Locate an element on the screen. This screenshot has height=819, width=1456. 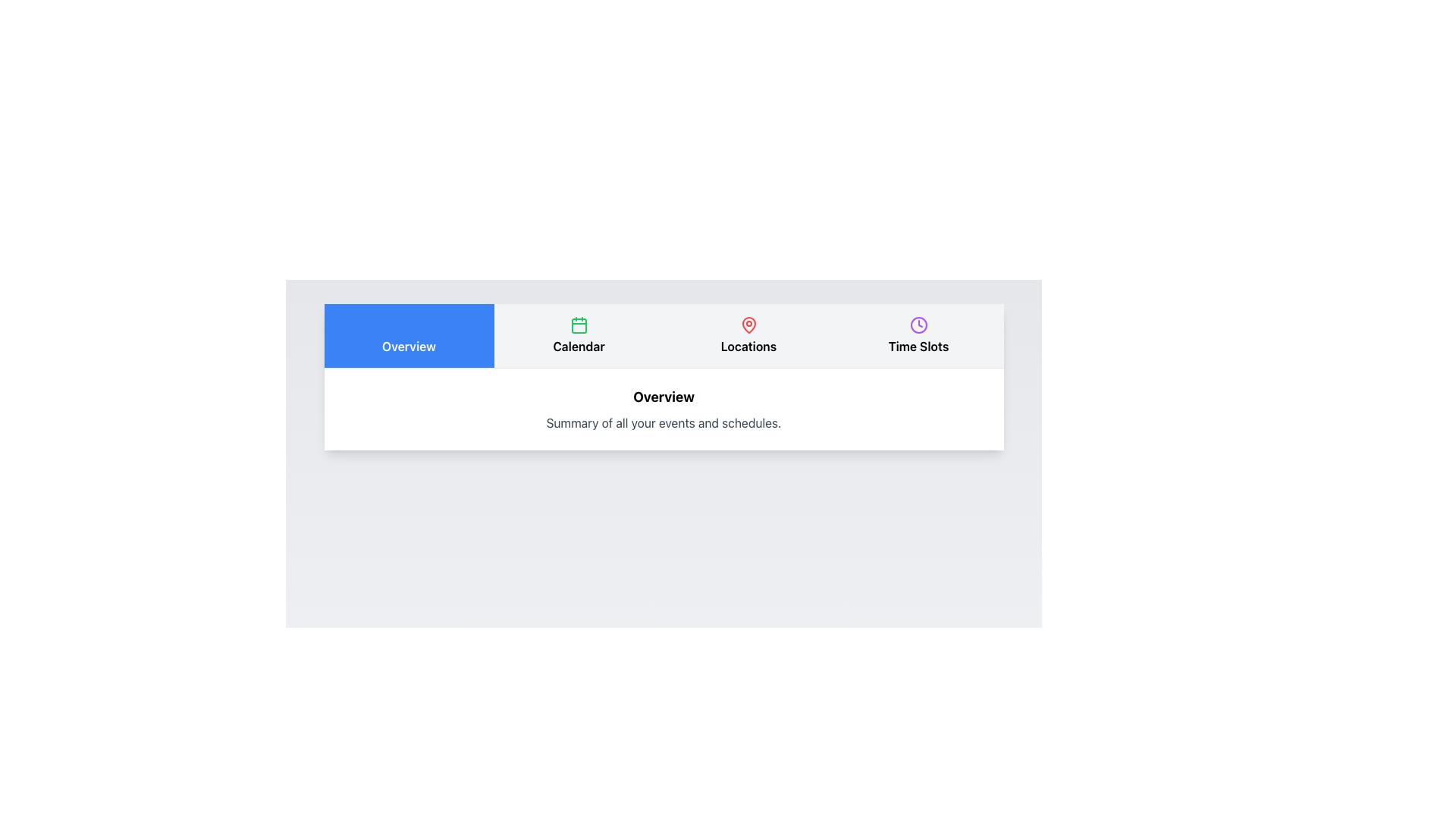
the 'Locations' navigation option in the middle of the navigation bar is located at coordinates (748, 335).